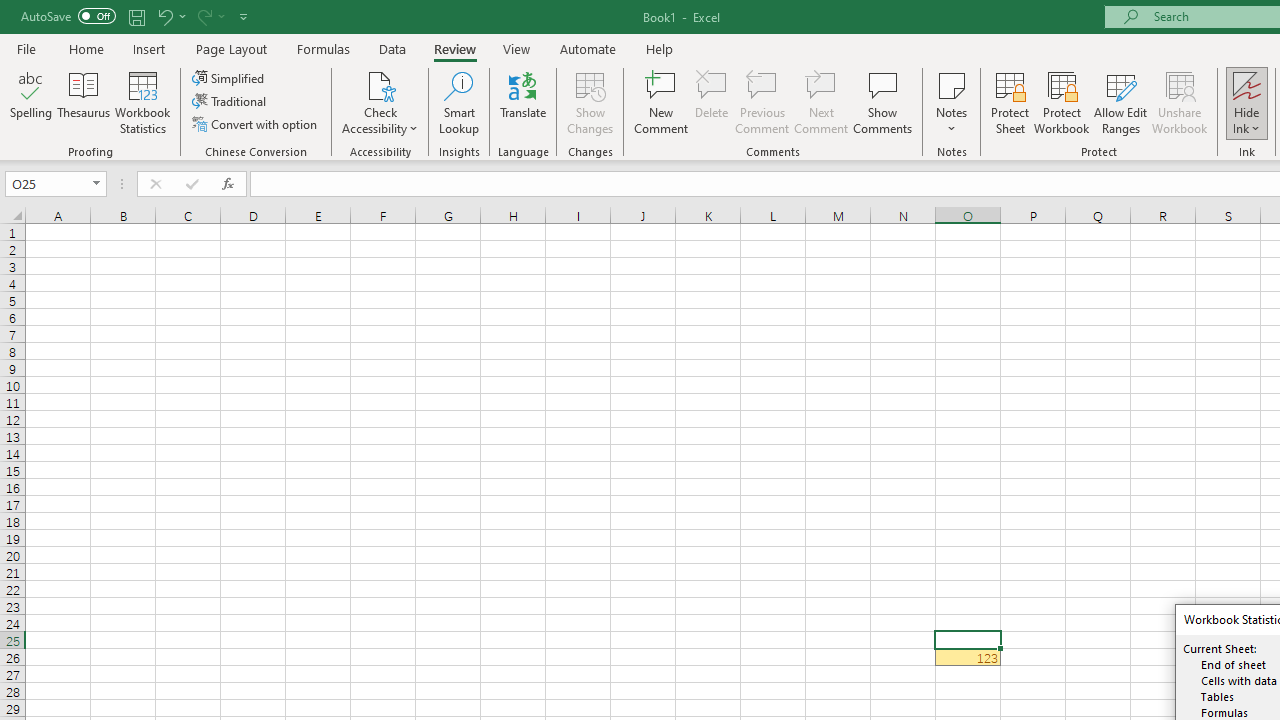 The height and width of the screenshot is (720, 1280). I want to click on 'Insert', so click(148, 48).